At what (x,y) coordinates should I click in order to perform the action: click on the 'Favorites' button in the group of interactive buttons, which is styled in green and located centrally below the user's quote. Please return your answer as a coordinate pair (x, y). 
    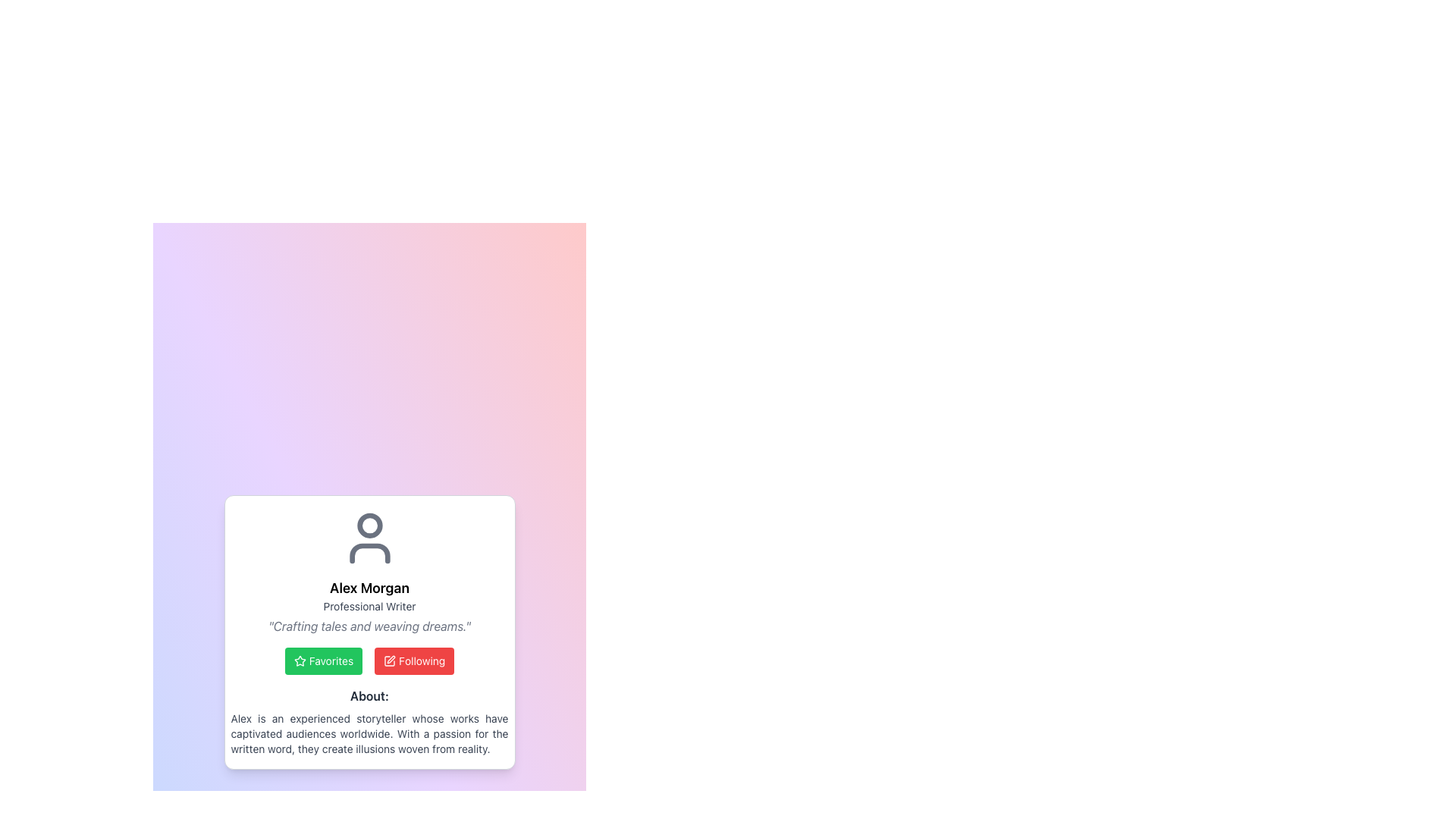
    Looking at the image, I should click on (369, 660).